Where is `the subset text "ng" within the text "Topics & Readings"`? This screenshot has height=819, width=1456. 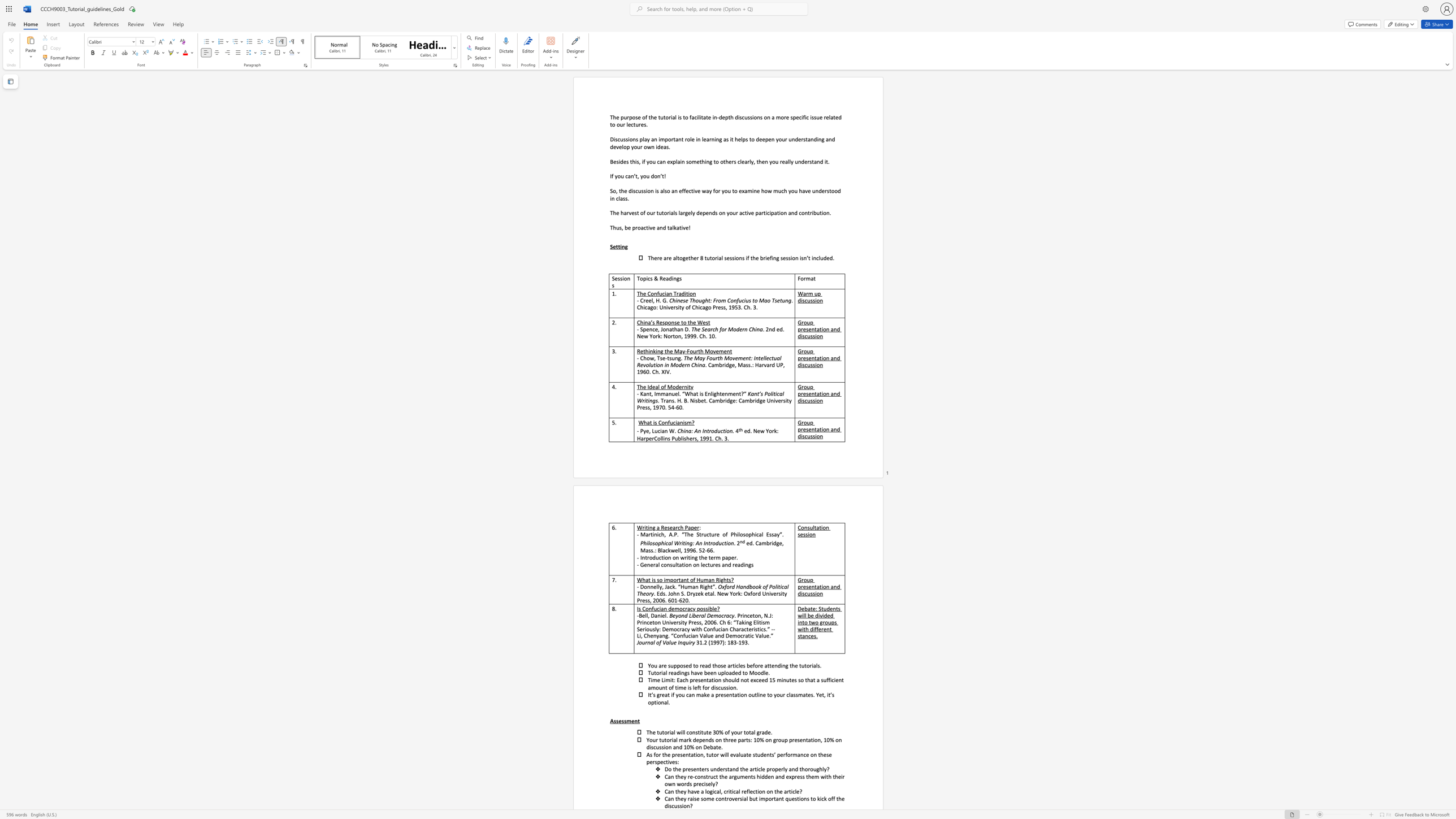
the subset text "ng" within the text "Topics & Readings" is located at coordinates (673, 278).